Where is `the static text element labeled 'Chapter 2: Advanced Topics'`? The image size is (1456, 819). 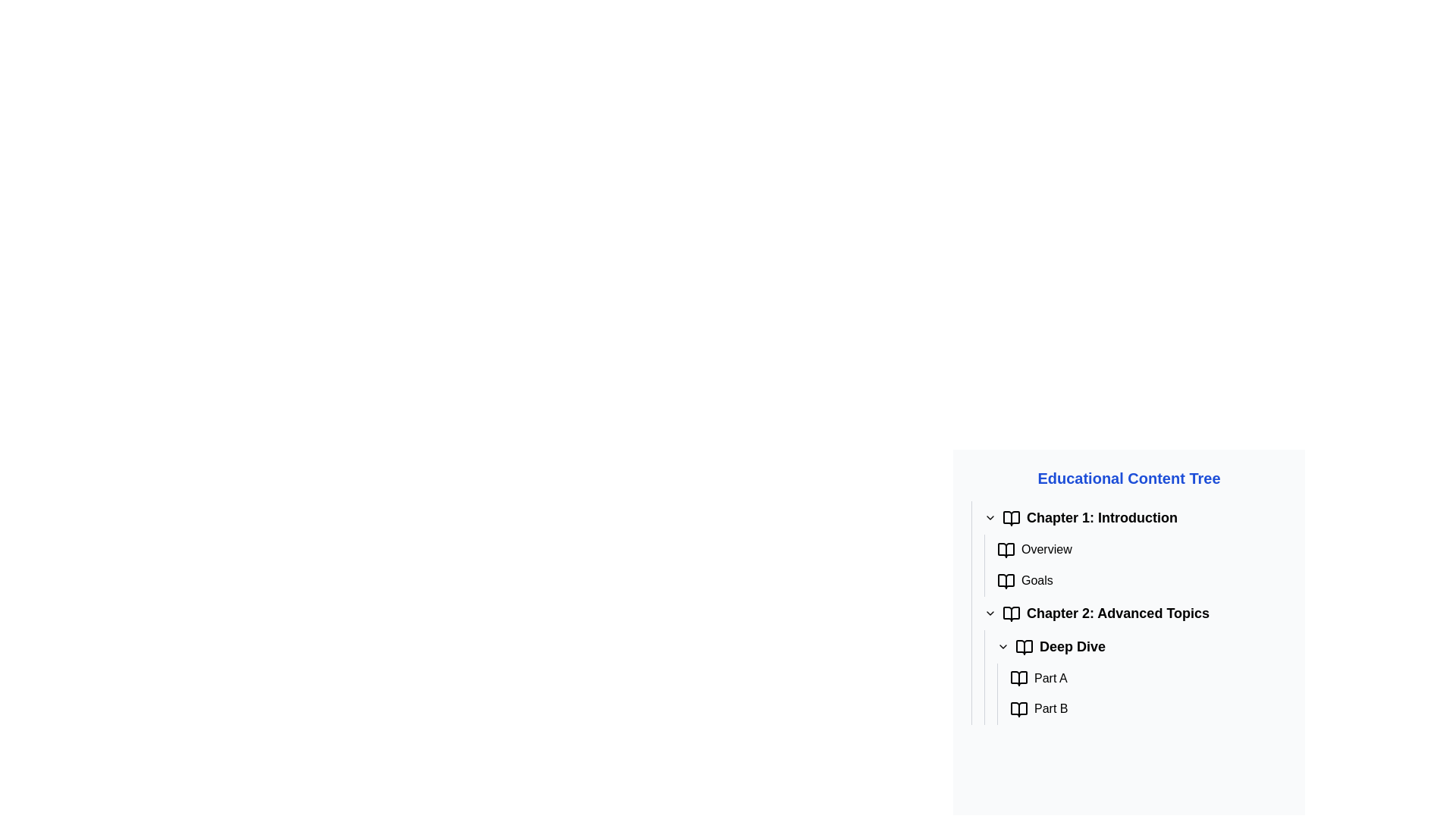 the static text element labeled 'Chapter 2: Advanced Topics' is located at coordinates (1106, 612).